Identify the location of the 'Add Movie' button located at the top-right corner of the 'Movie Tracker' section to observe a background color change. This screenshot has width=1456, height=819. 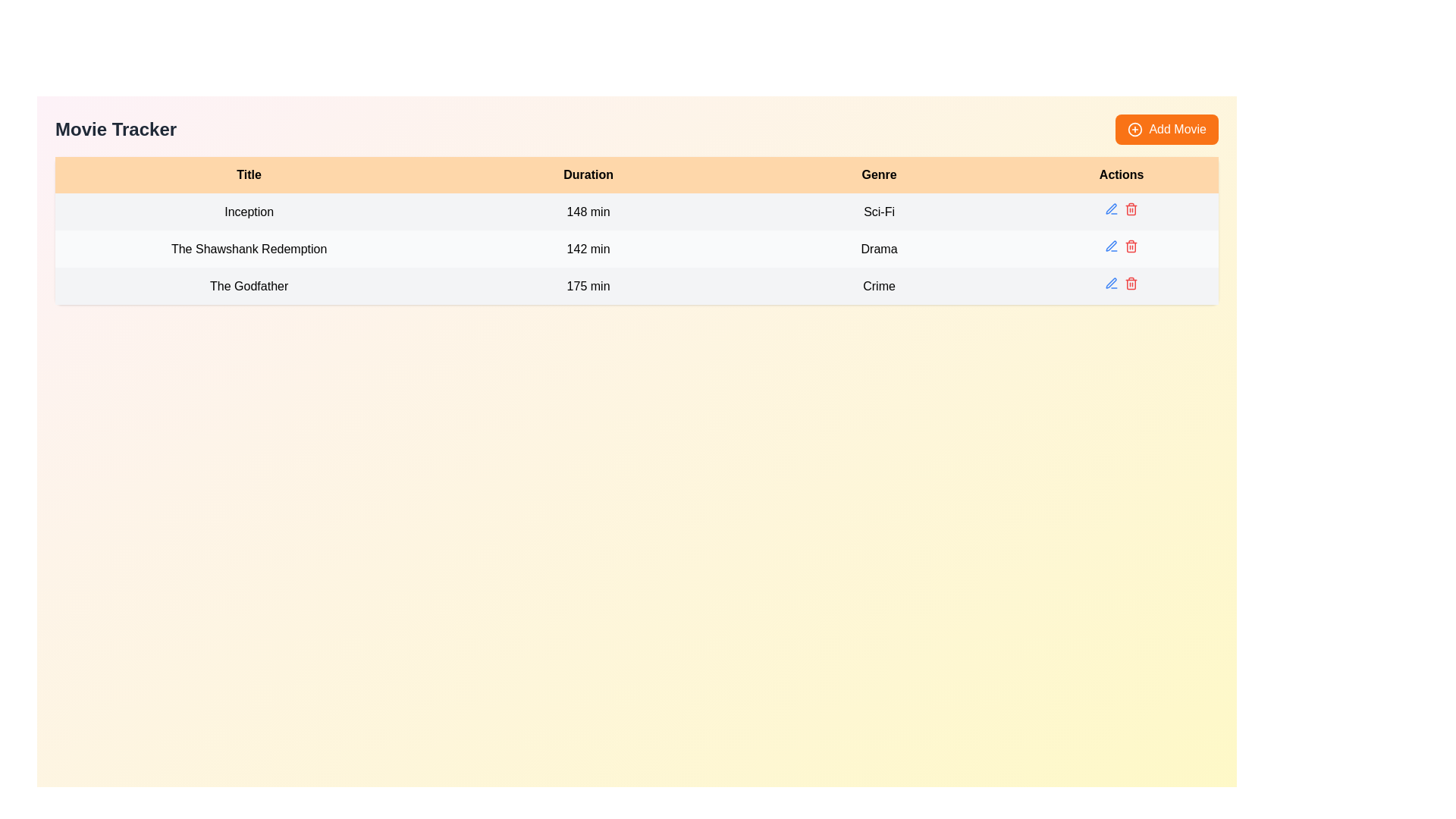
(1166, 128).